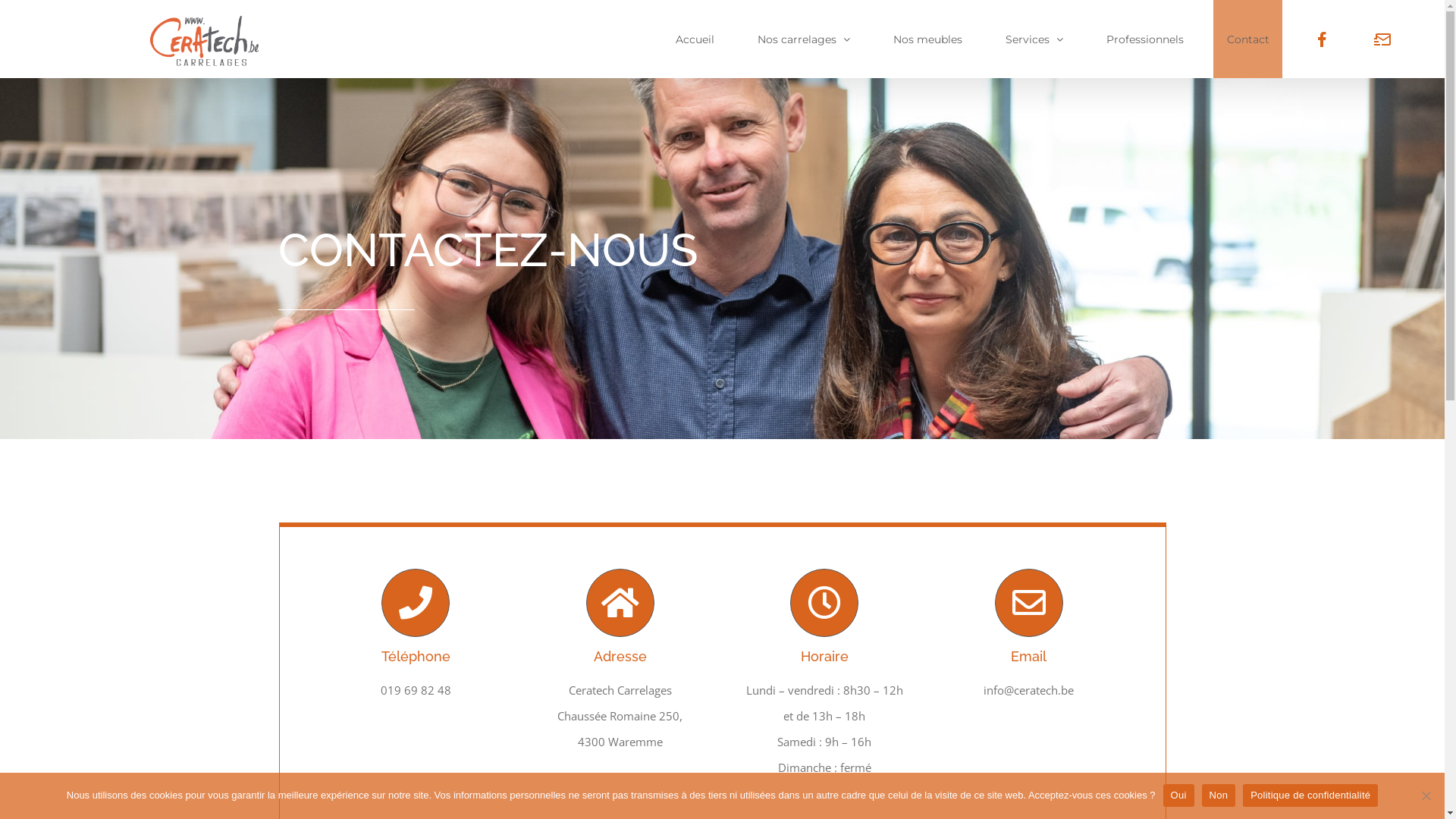 The width and height of the screenshot is (1456, 819). Describe the element at coordinates (694, 38) in the screenshot. I see `'Accueil'` at that location.